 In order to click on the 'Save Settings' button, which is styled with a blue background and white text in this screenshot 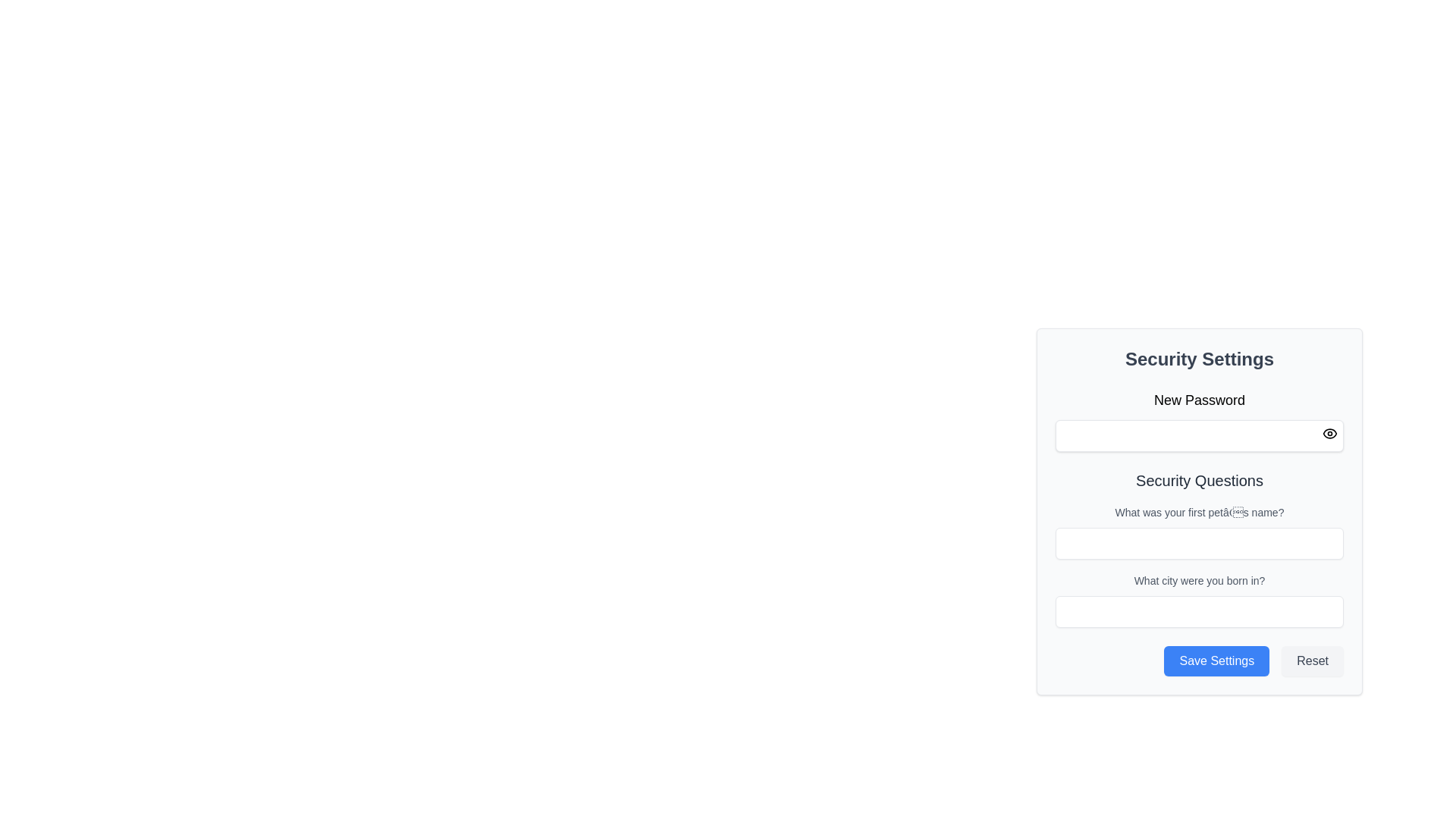, I will do `click(1199, 660)`.